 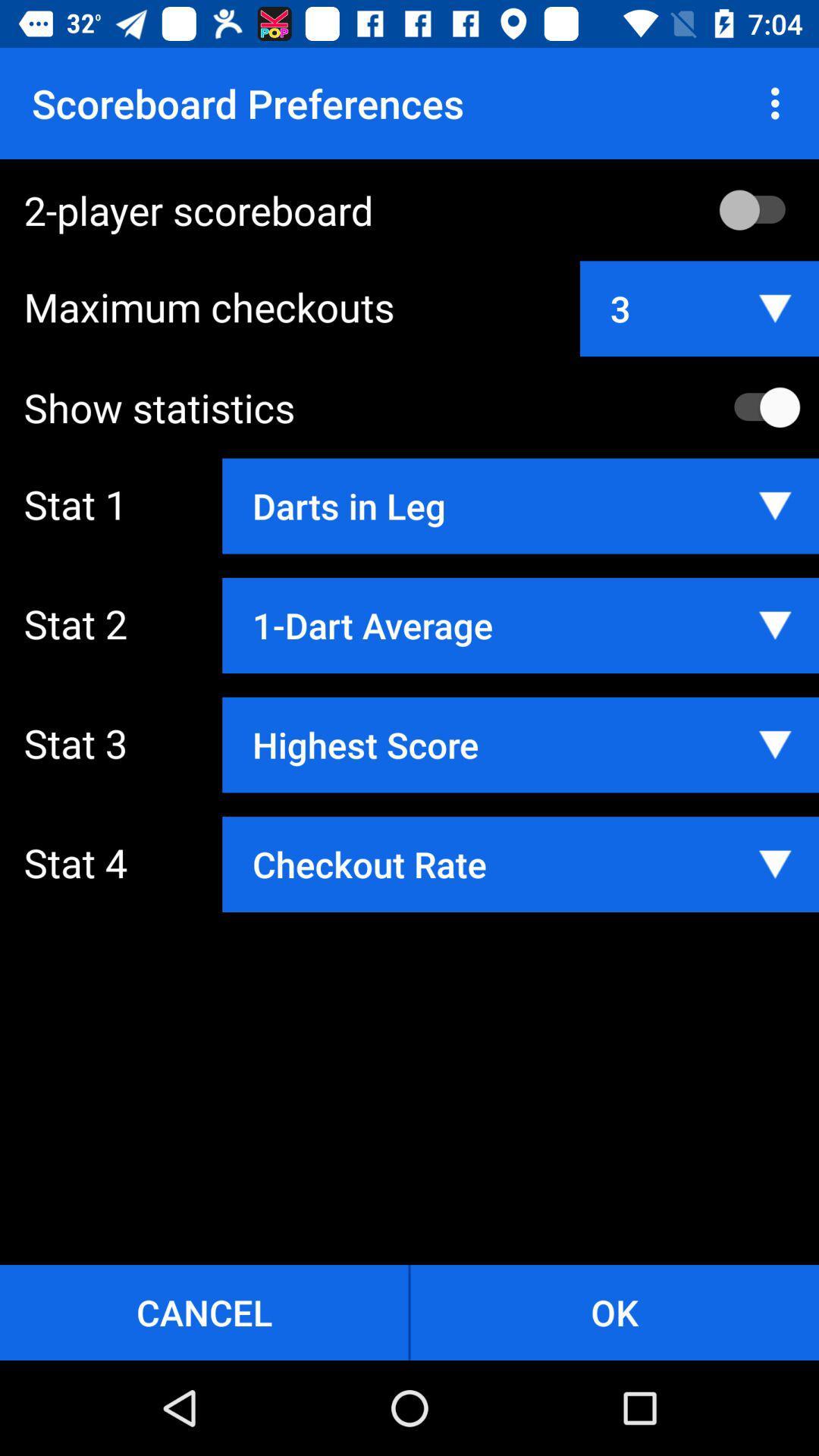 What do you see at coordinates (203, 1312) in the screenshot?
I see `the button next to ok` at bounding box center [203, 1312].